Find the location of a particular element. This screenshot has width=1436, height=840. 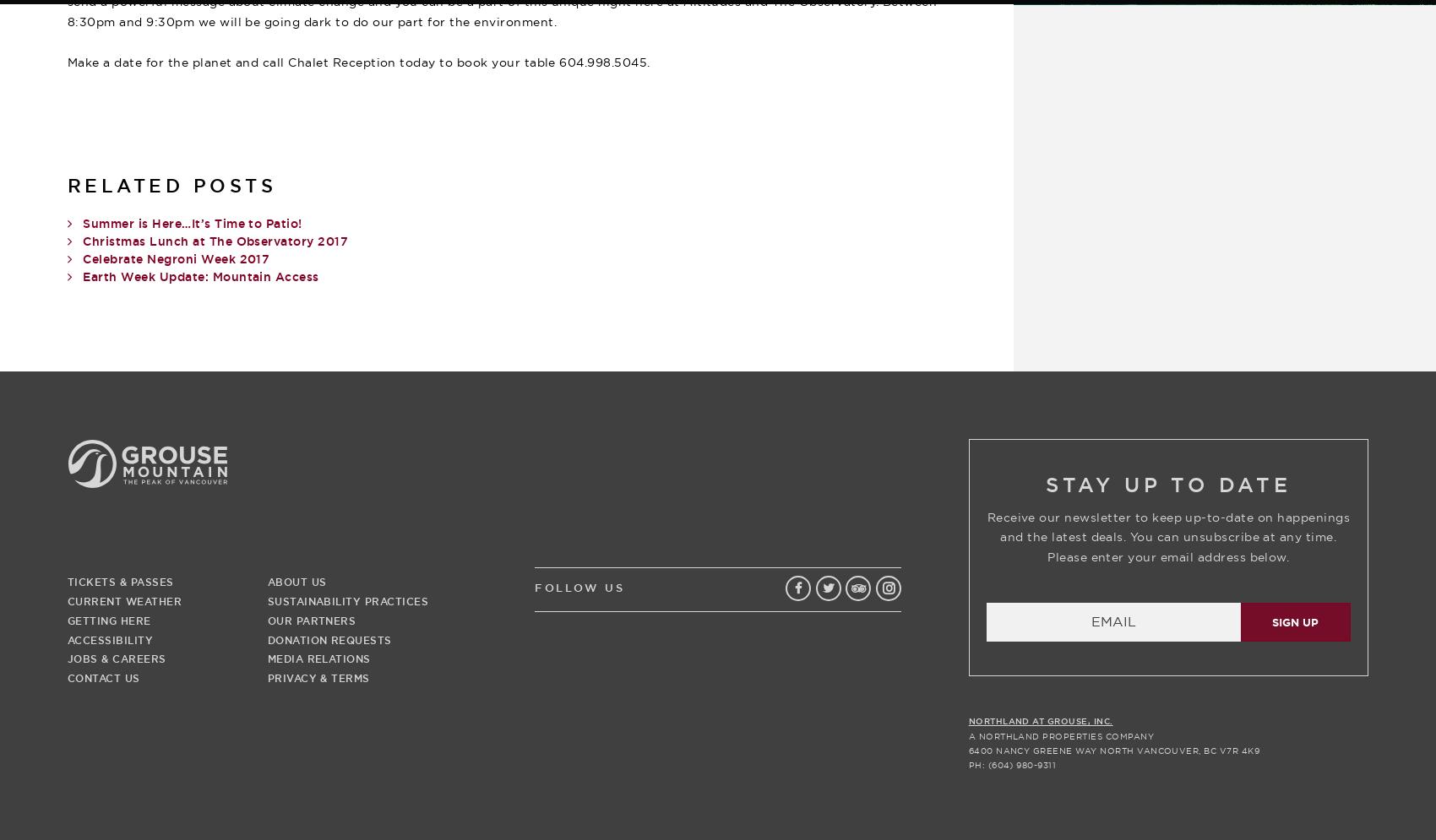

'Summer is Here…It’s Time to Patio!' is located at coordinates (192, 224).